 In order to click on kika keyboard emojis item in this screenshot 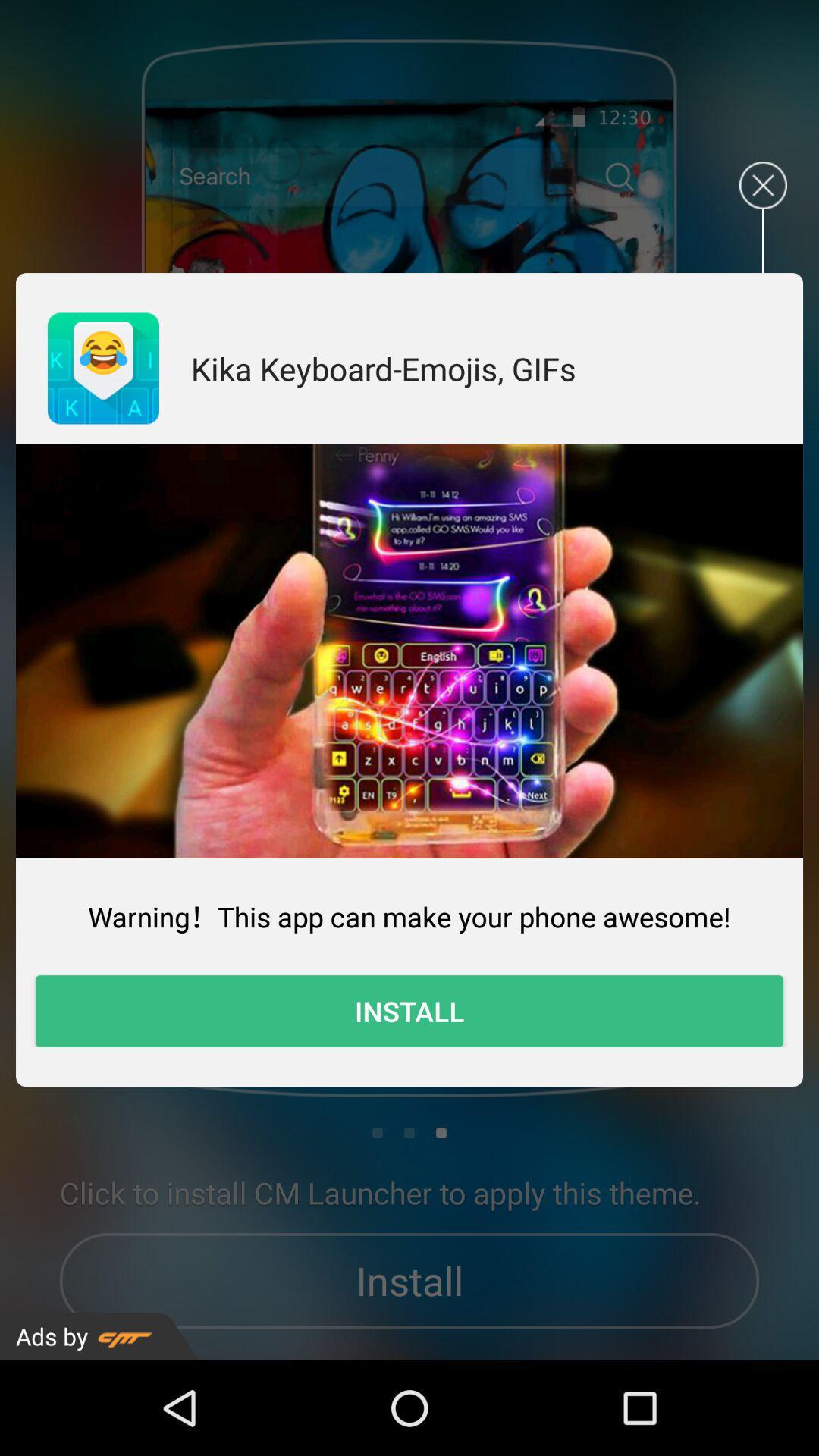, I will do `click(382, 368)`.